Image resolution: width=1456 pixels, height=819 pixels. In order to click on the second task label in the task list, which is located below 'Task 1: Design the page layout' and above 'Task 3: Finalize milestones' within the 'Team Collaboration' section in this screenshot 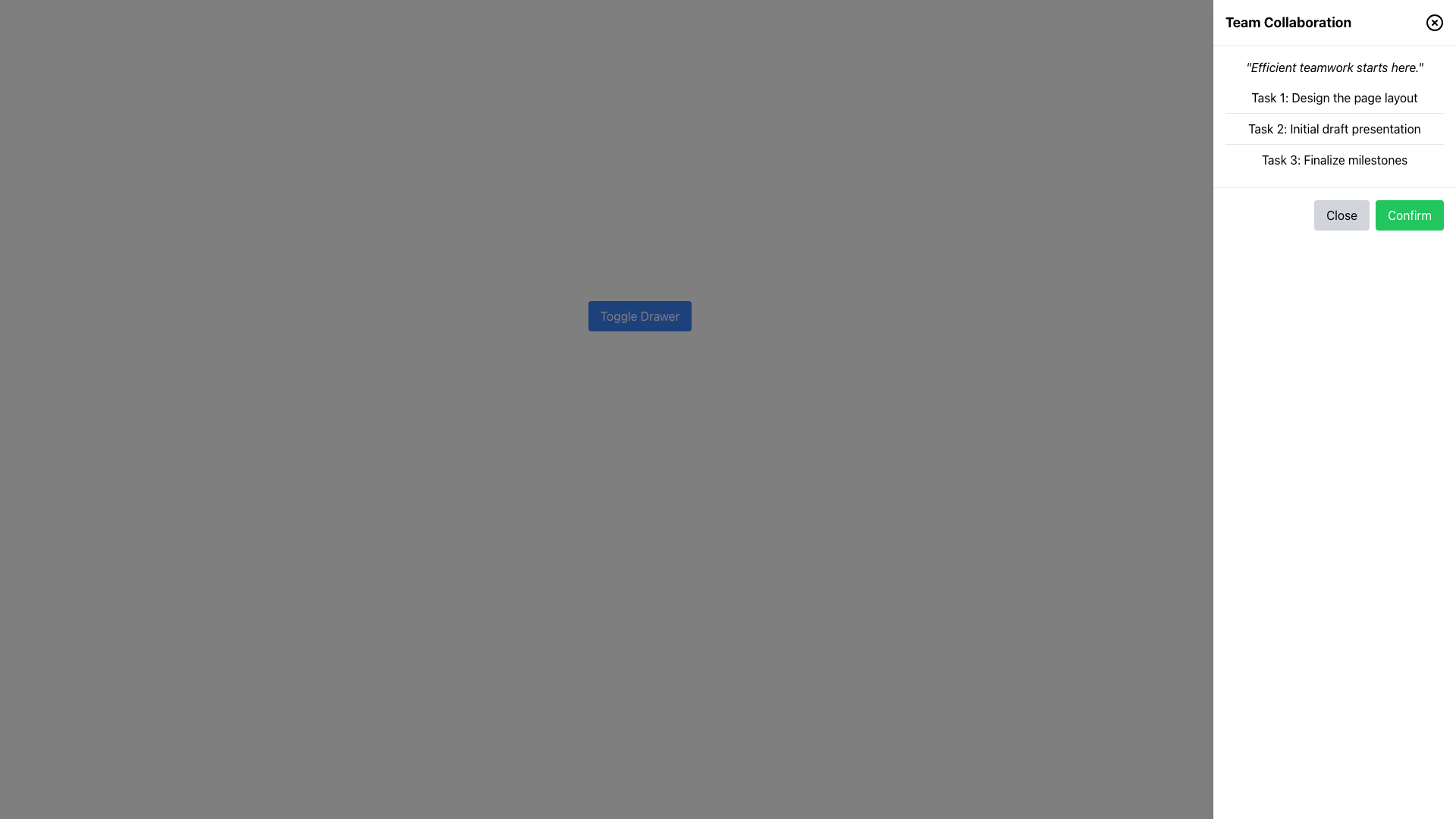, I will do `click(1335, 128)`.